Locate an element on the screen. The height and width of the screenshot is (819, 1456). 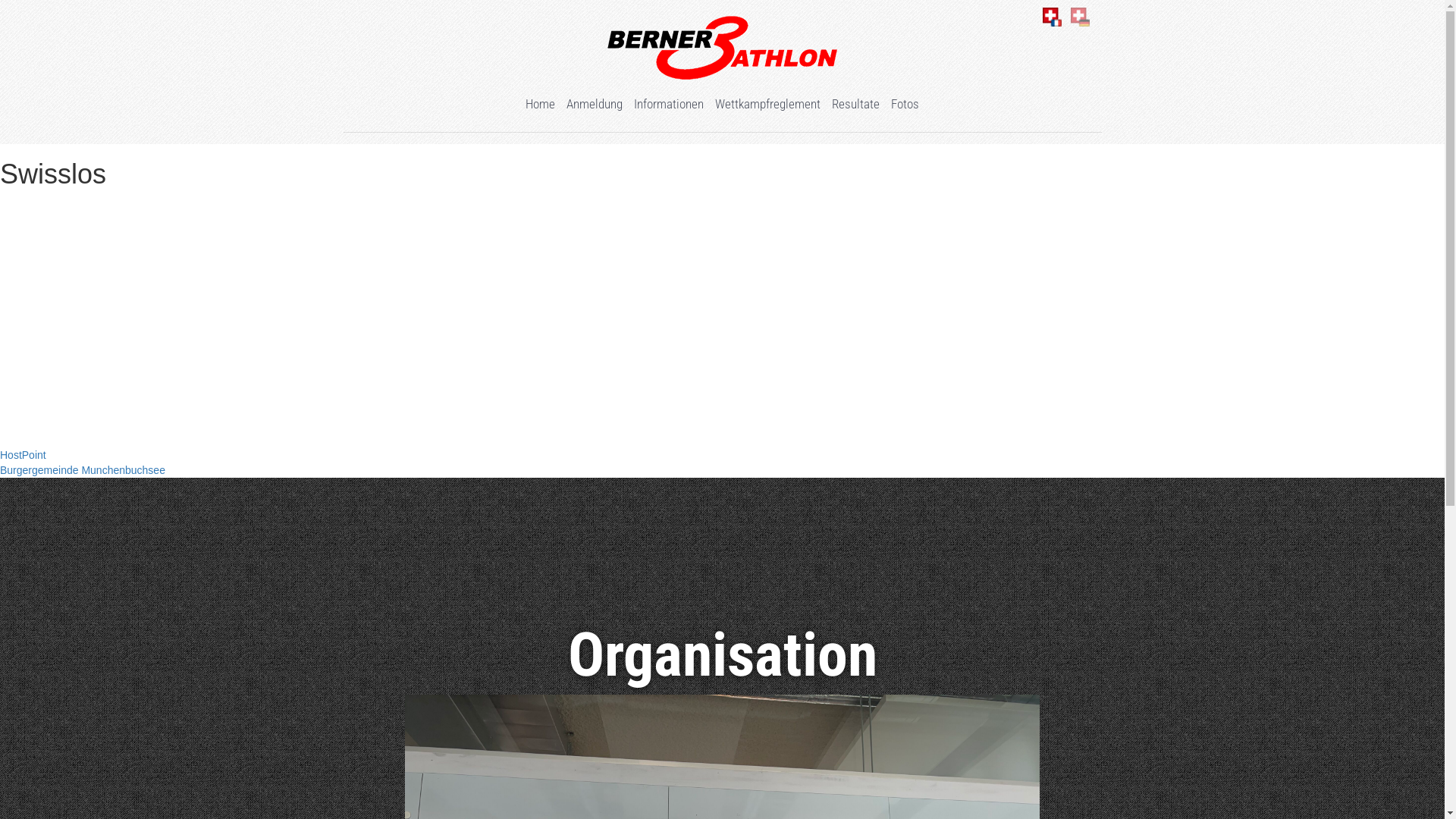
'Wettkampfreglement' is located at coordinates (767, 103).